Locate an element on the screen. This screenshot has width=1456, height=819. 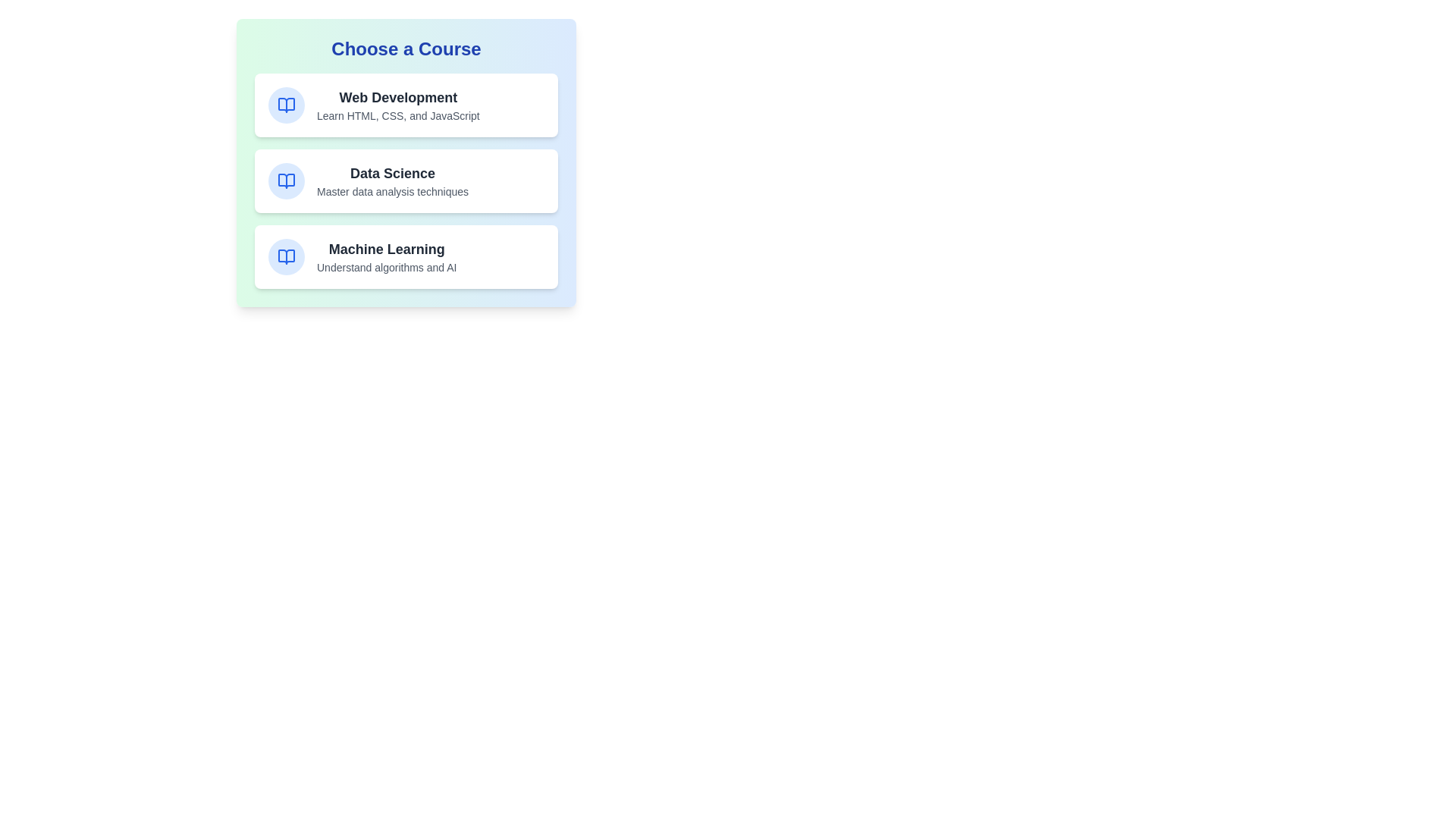
the icon representing the theme of the card labeled 'Machine Learning - Understand algorithms and AI', located at the top-left corner of the card, which is the leftmost component in a vertical stack of three cards is located at coordinates (287, 256).